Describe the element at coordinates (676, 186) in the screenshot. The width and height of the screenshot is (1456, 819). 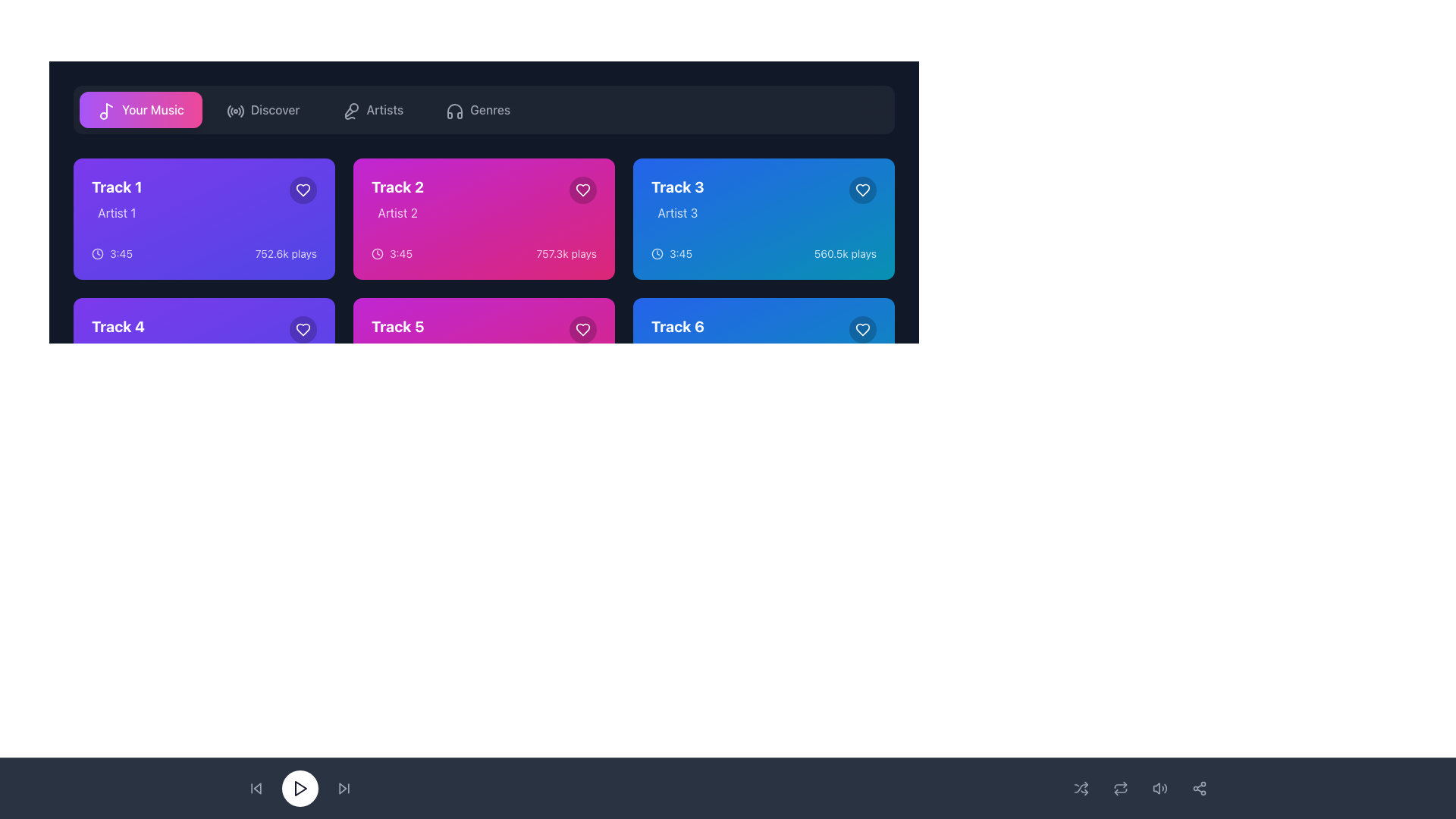
I see `the text label identifying 'Track 3' located at the top-left corner of its card` at that location.